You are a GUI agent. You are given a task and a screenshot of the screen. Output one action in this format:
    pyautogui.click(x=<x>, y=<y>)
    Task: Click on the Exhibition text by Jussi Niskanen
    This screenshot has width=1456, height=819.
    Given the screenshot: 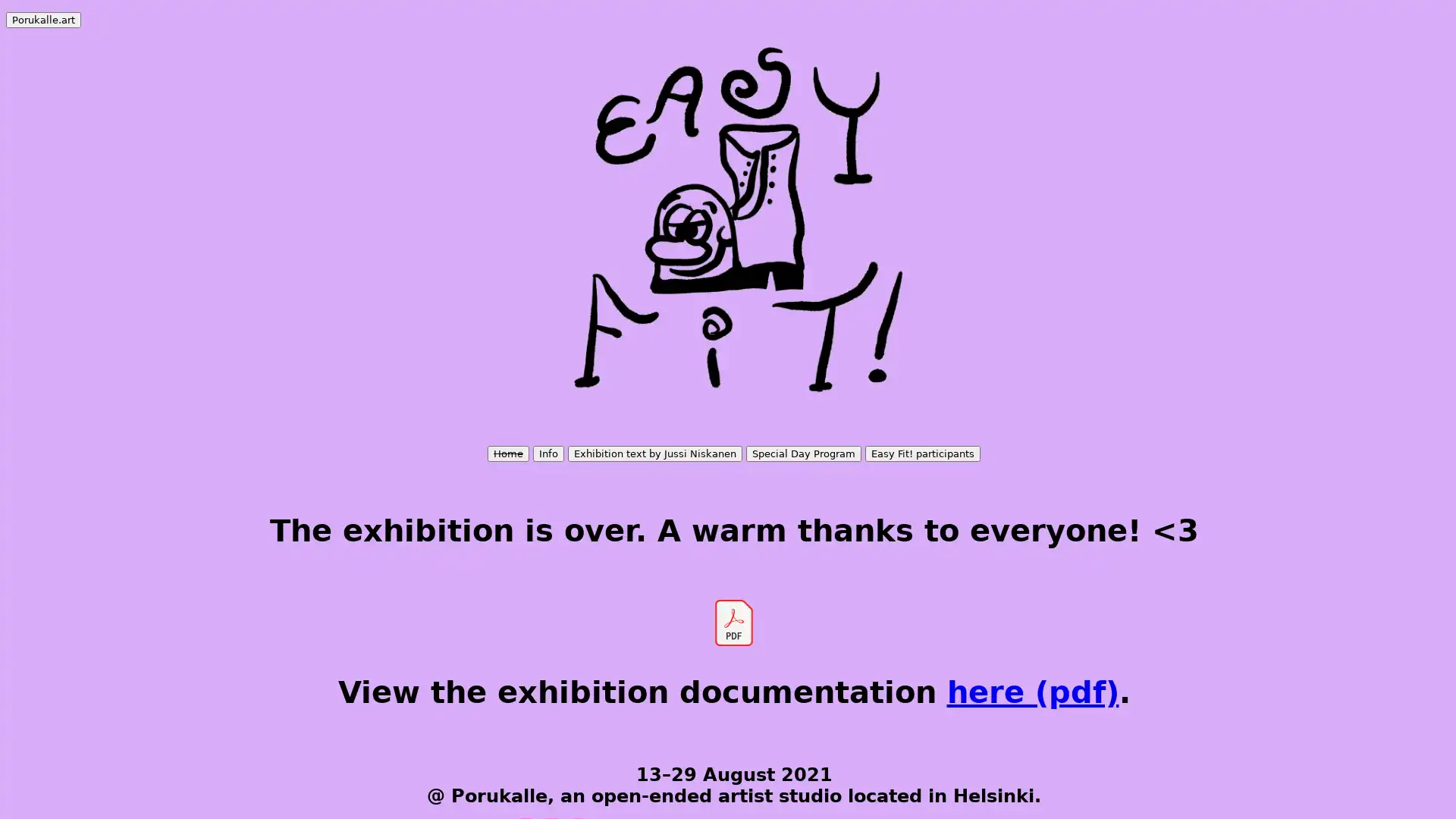 What is the action you would take?
    pyautogui.click(x=655, y=453)
    